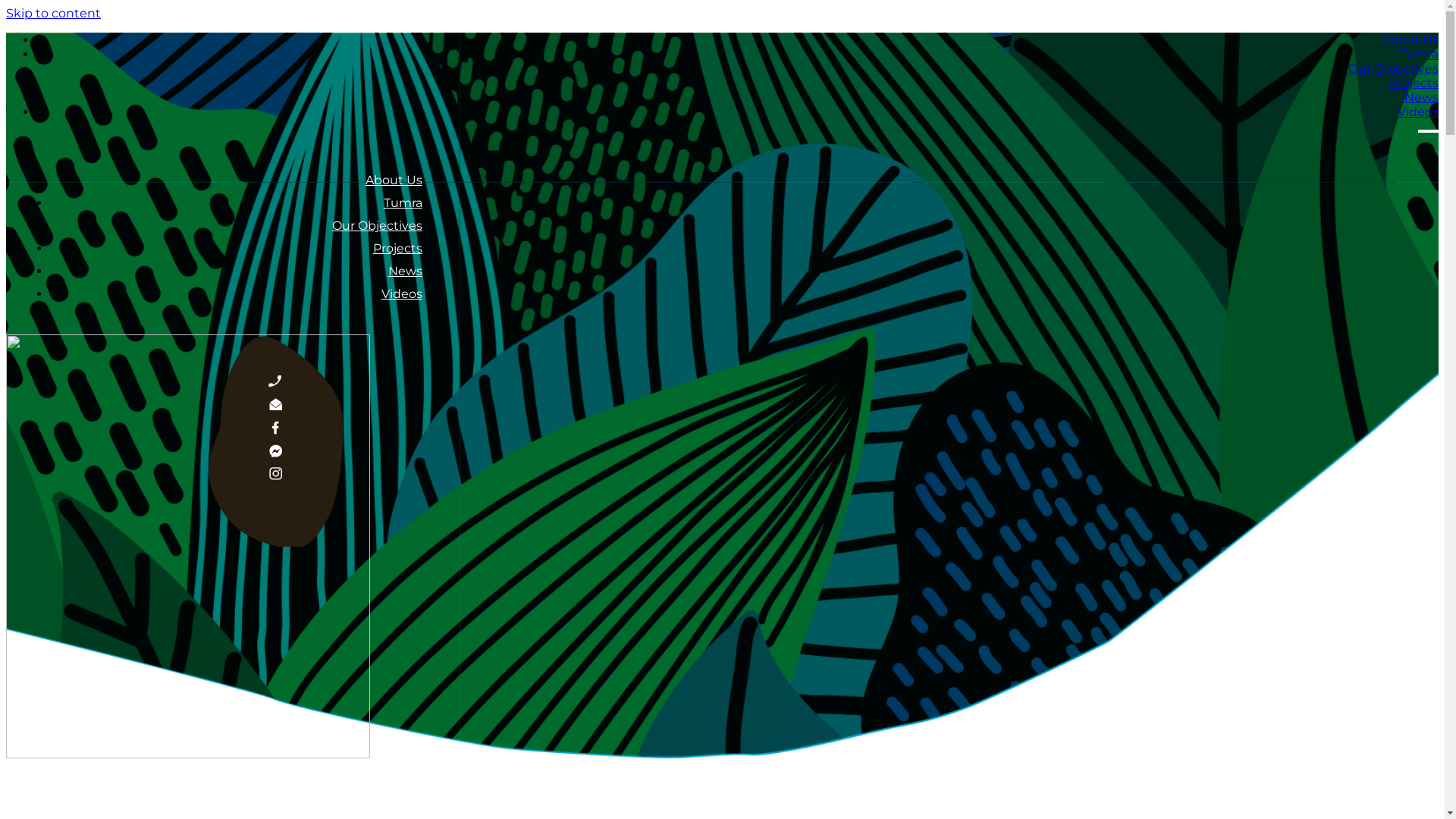 The image size is (1456, 819). I want to click on 'Tumra', so click(403, 198).